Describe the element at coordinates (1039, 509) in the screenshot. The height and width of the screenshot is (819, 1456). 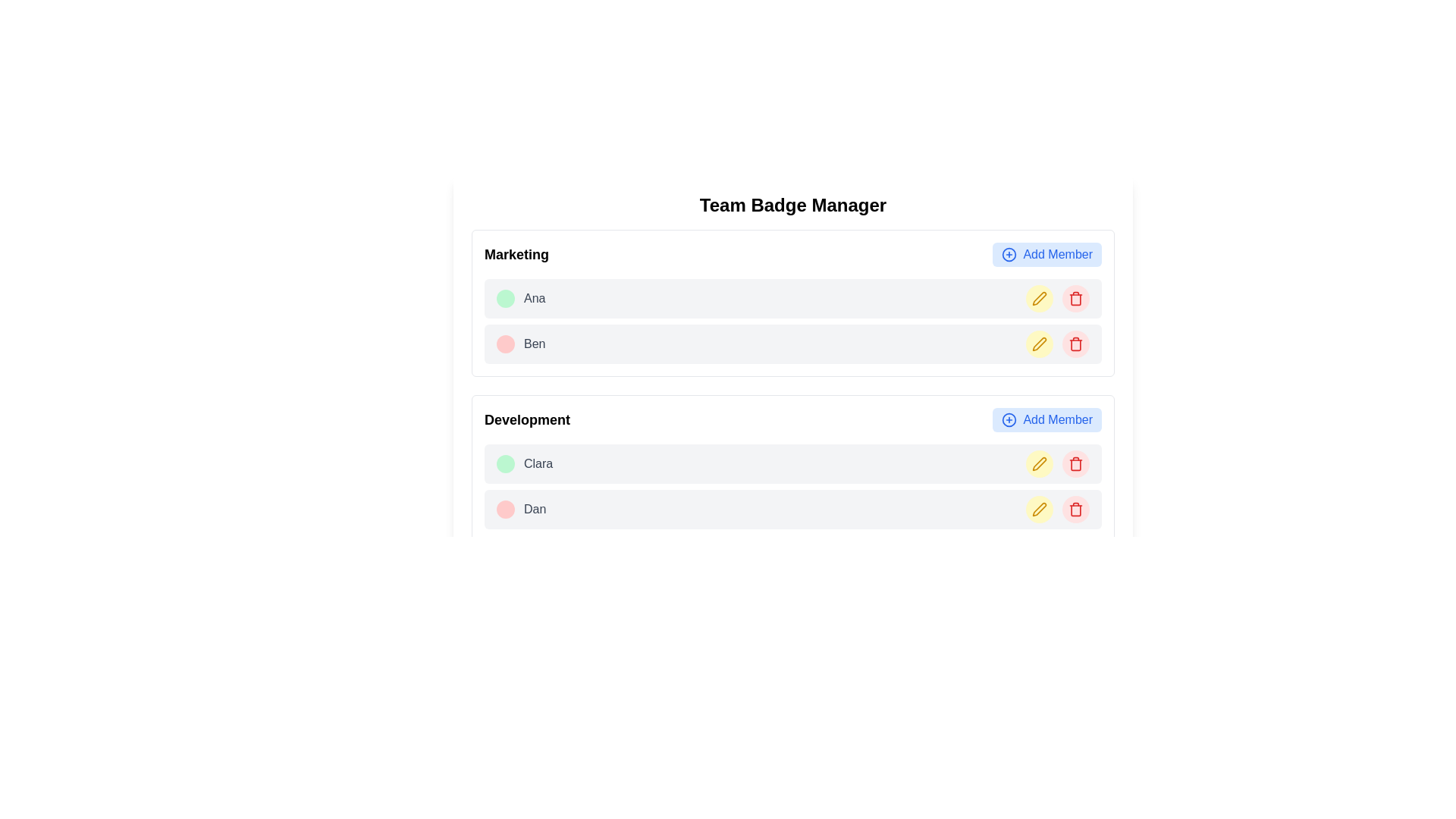
I see `the 'Edit Member' button located in the 'Development' team section next to the member 'Dan'` at that location.